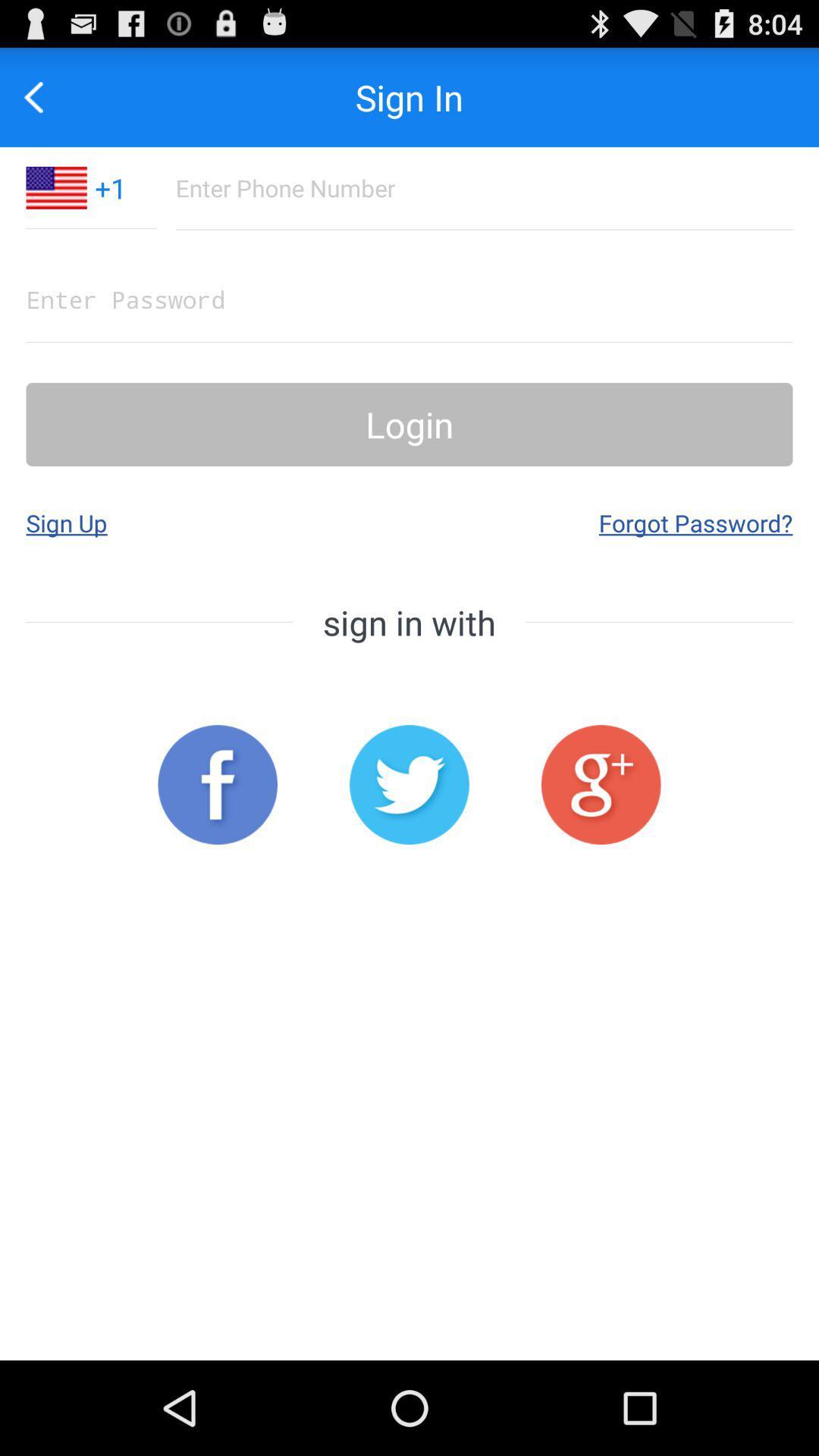  I want to click on the icon next to forgot password? icon, so click(66, 522).